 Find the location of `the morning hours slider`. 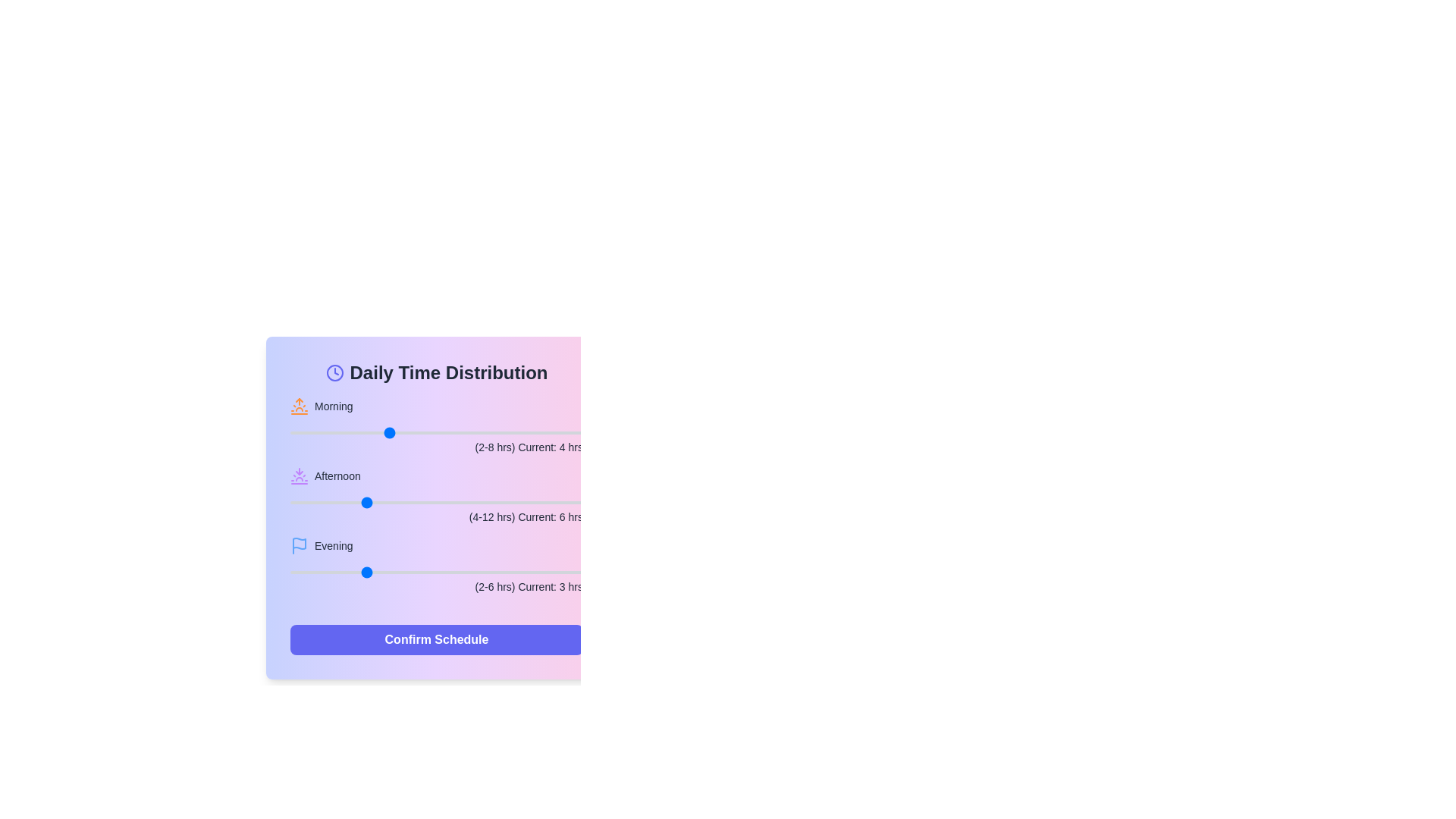

the morning hours slider is located at coordinates (338, 432).